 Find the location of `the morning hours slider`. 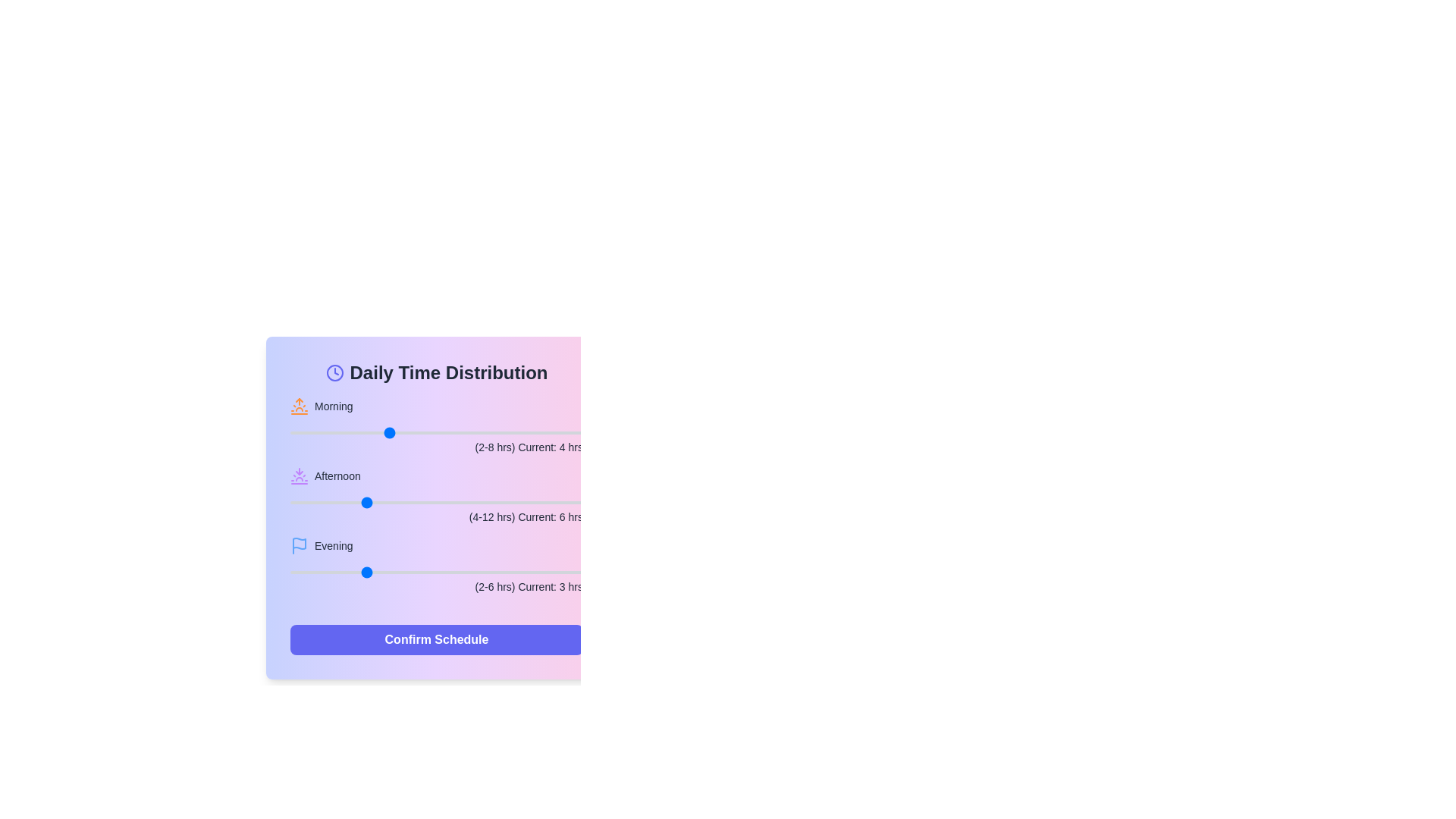

the morning hours slider is located at coordinates (338, 432).